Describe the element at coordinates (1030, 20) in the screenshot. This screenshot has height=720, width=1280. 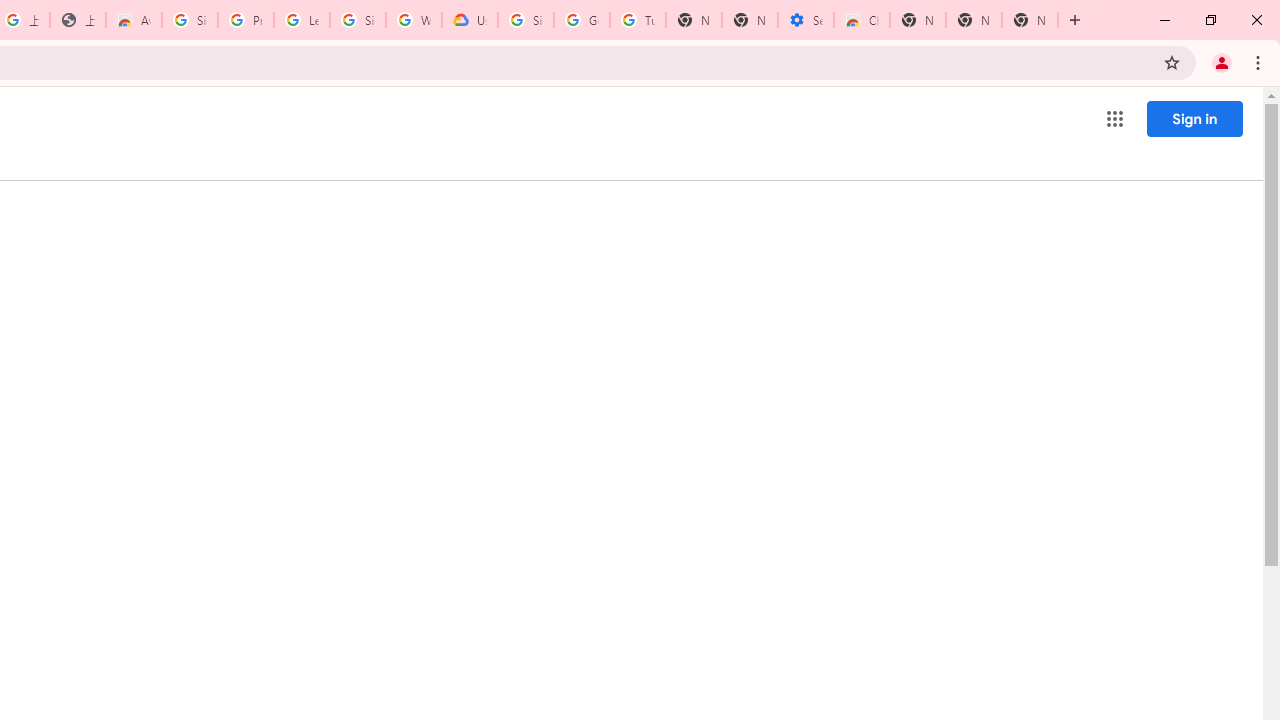
I see `'New Tab'` at that location.